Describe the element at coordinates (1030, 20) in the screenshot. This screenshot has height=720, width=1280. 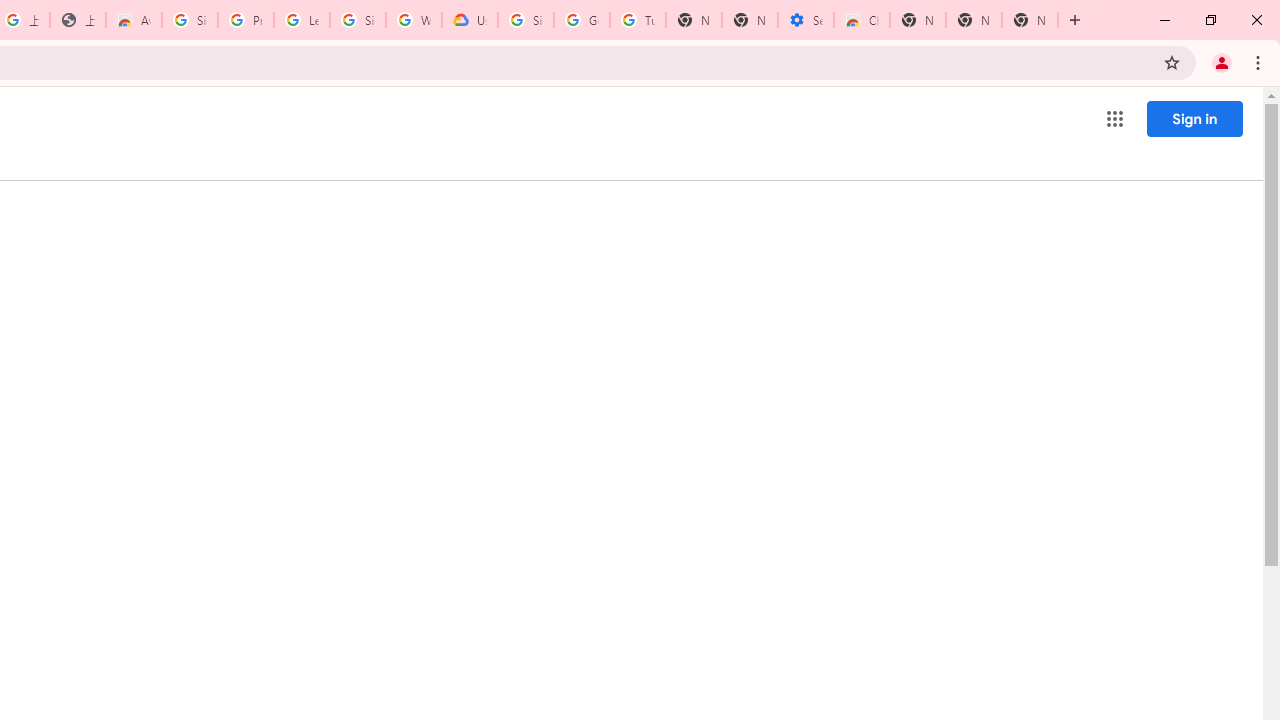
I see `'New Tab'` at that location.